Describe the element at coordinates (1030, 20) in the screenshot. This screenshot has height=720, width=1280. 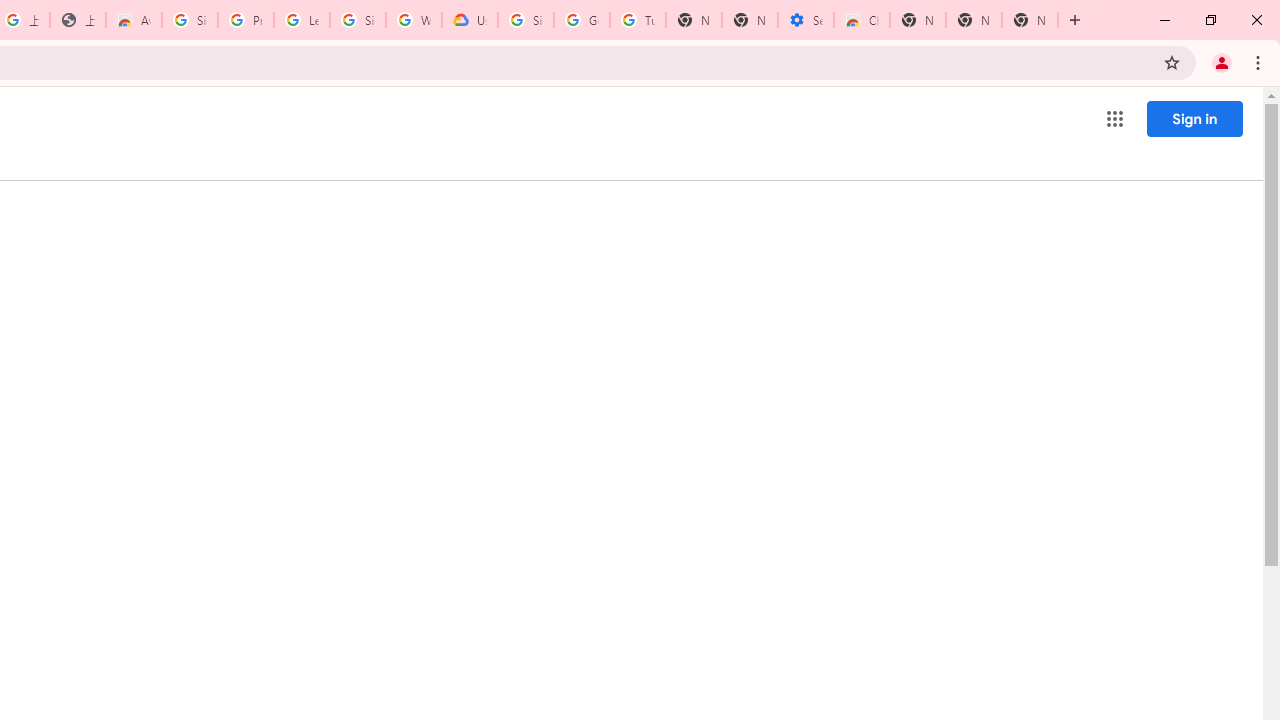
I see `'New Tab'` at that location.